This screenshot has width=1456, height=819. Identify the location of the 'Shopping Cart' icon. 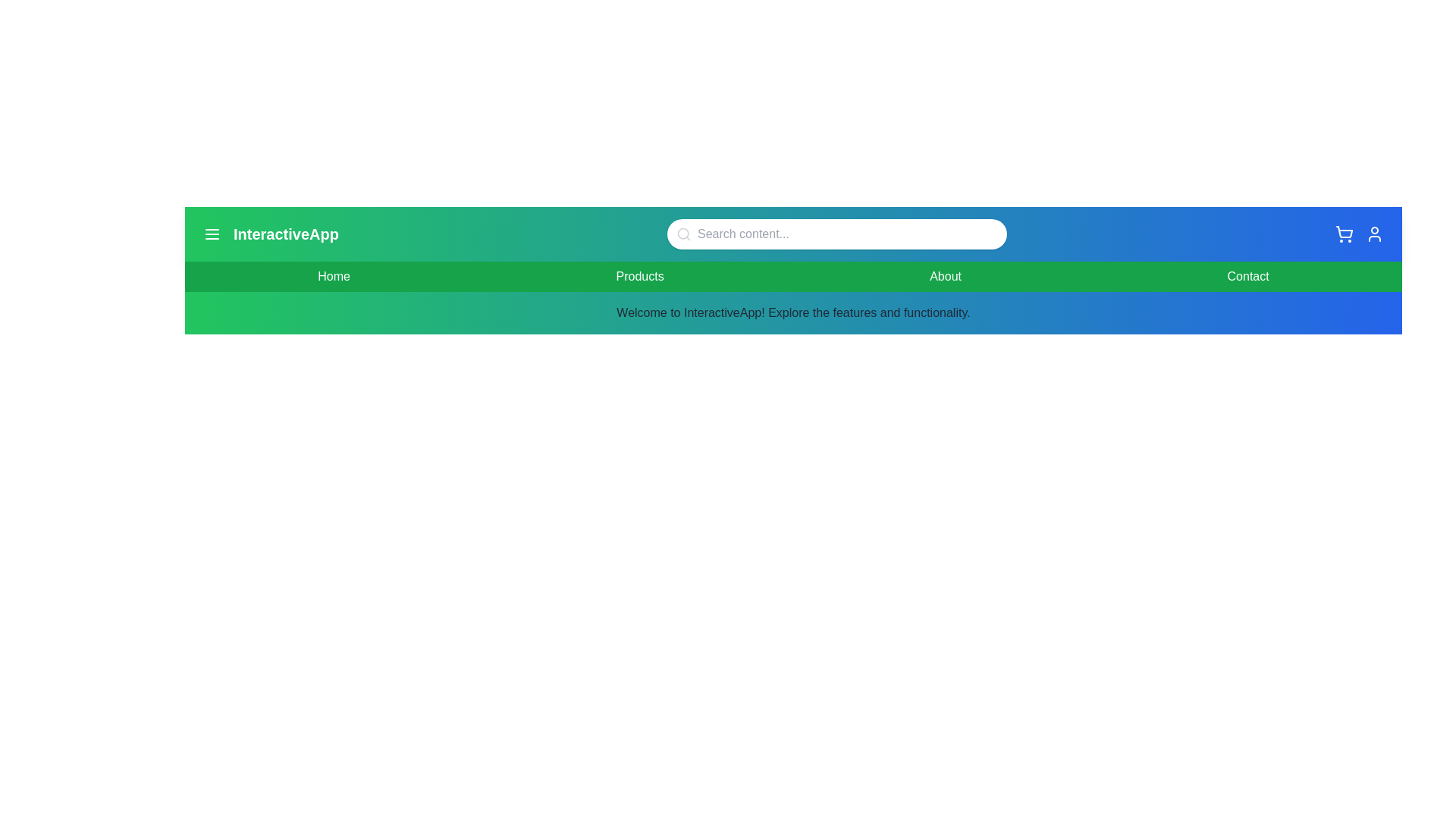
(1344, 234).